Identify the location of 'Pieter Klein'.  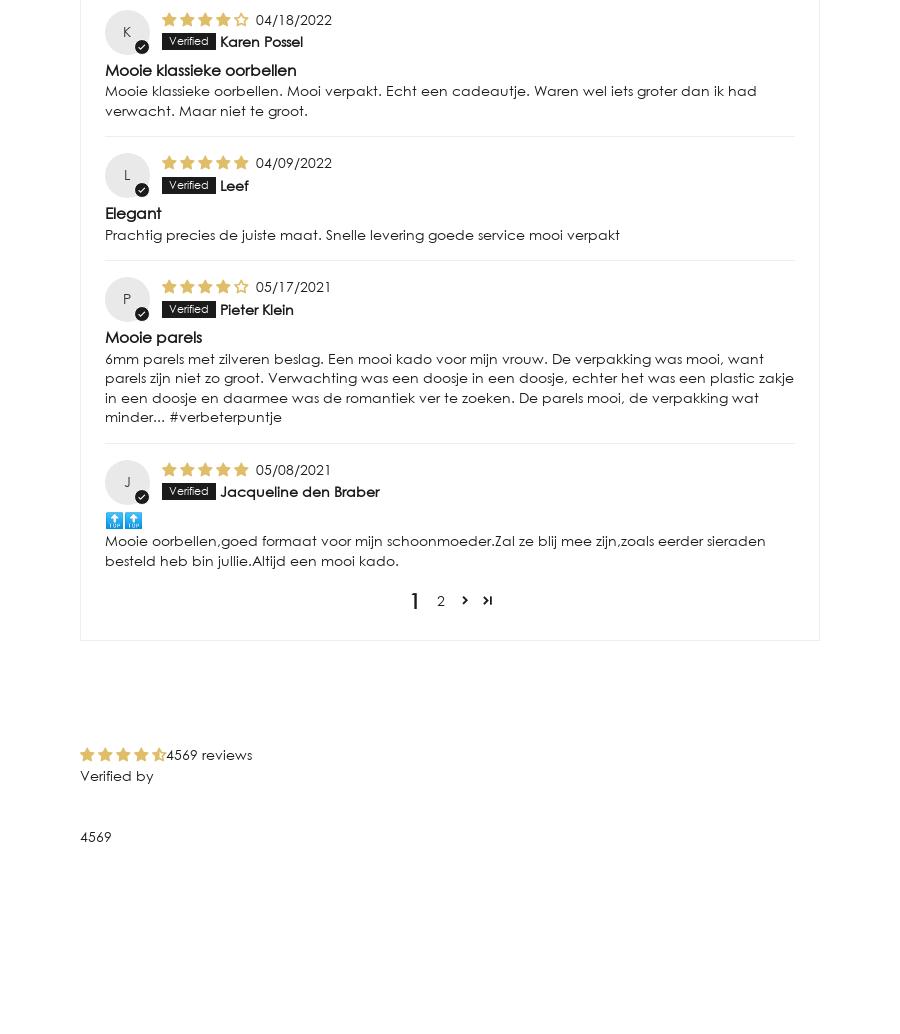
(254, 308).